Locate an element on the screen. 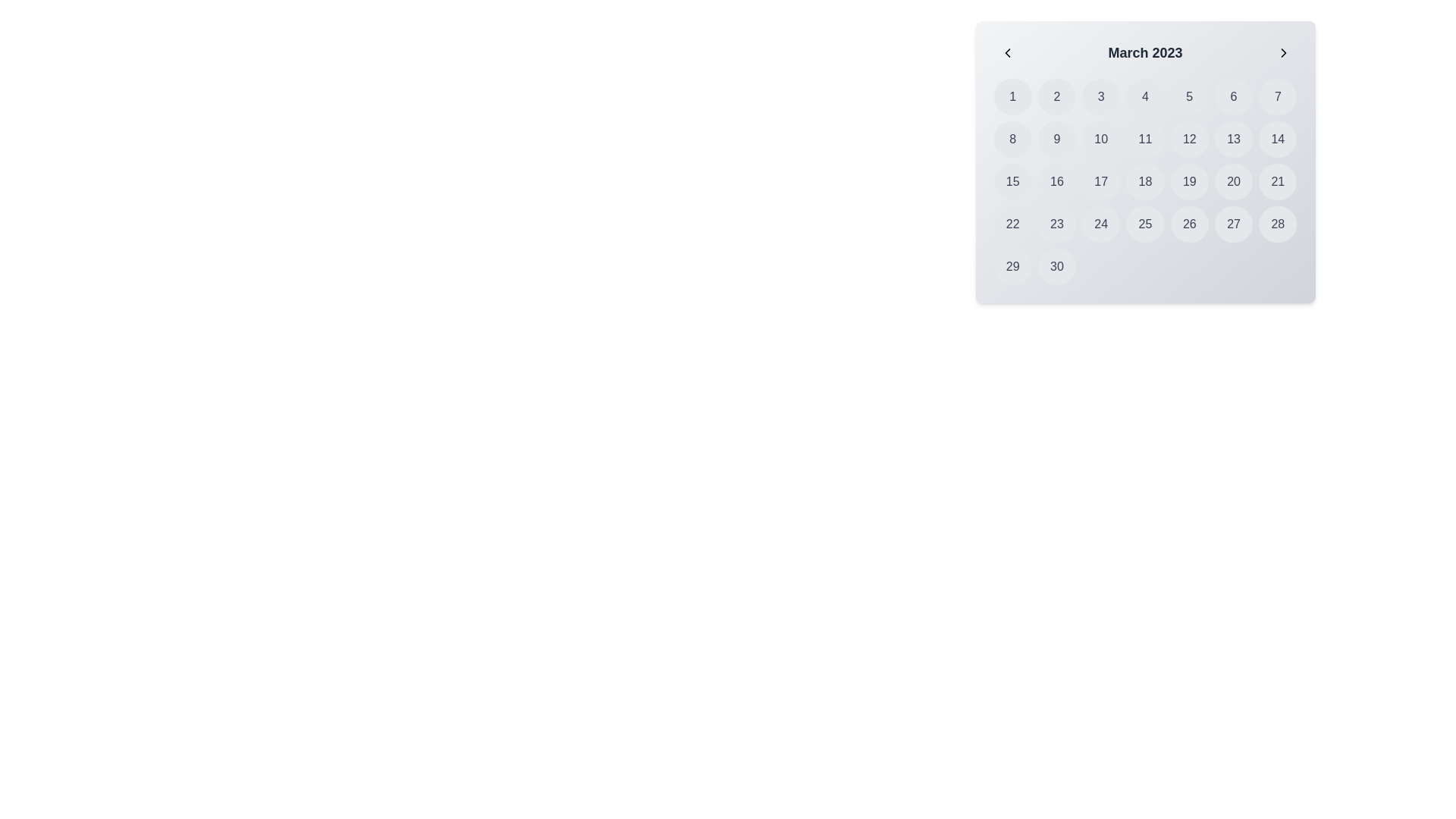 The height and width of the screenshot is (819, 1456). the small, circular button with a leftward-pointing chevron icon located on the left side of the header section of the calendar display, adjacent to 'March 2023' is located at coordinates (1007, 52).